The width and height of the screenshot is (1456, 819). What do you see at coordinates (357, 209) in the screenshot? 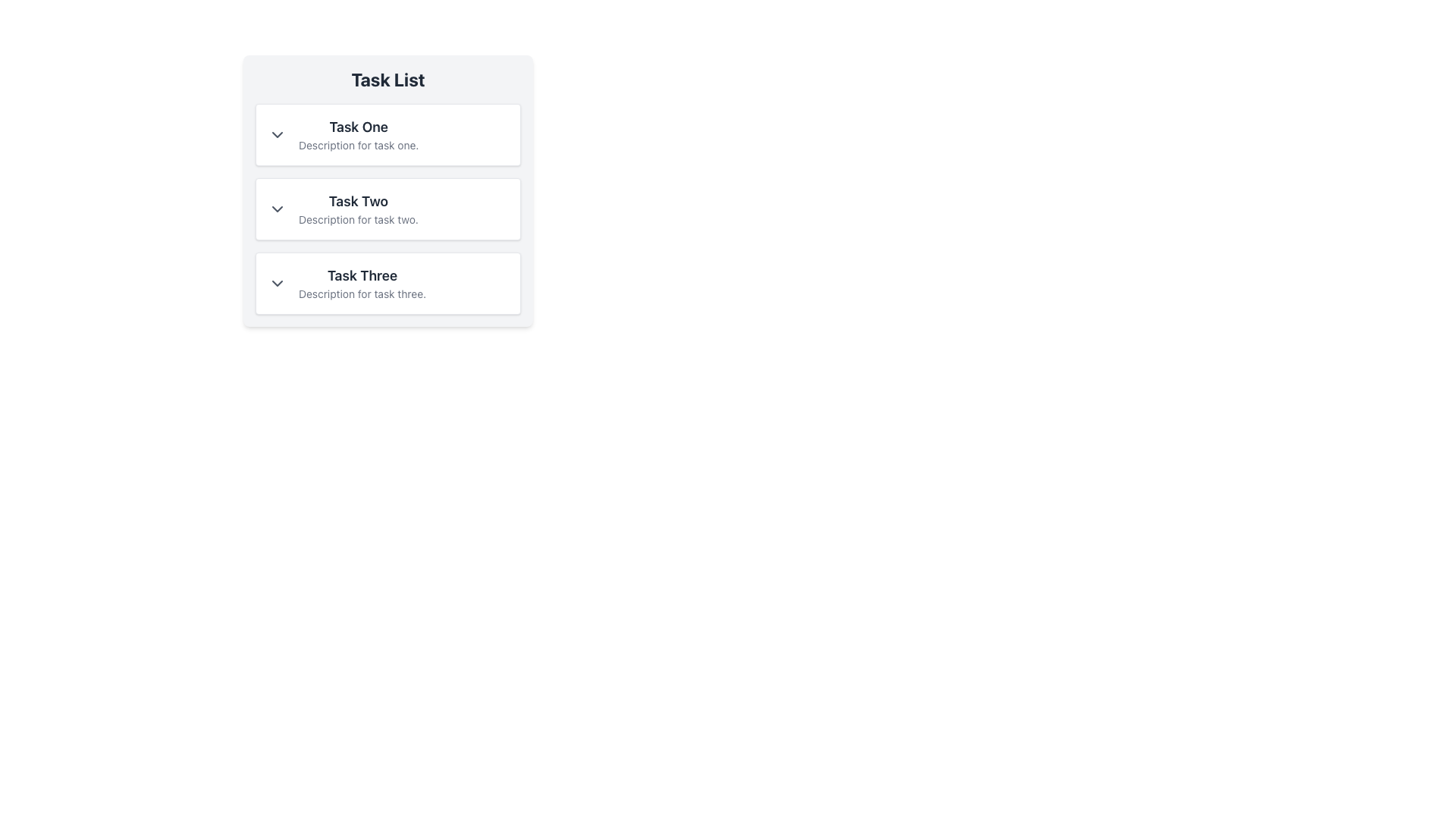
I see `description displayed in the second task entry of the 'Task List', which is located between 'Task One' and 'Task Three'` at bounding box center [357, 209].